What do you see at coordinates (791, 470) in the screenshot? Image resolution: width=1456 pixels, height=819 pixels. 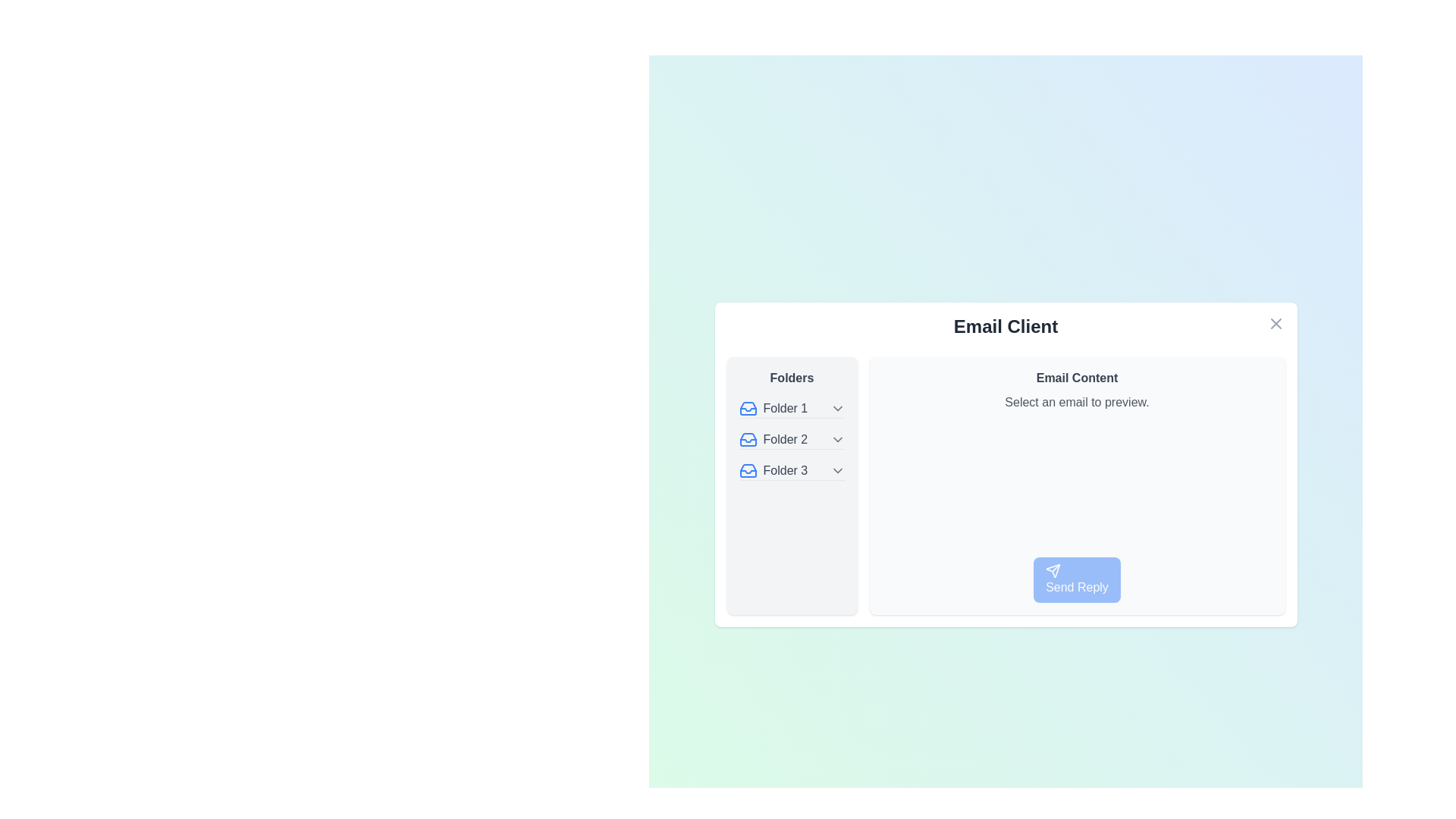 I see `the interactive list item labeled 'Folder 3'` at bounding box center [791, 470].